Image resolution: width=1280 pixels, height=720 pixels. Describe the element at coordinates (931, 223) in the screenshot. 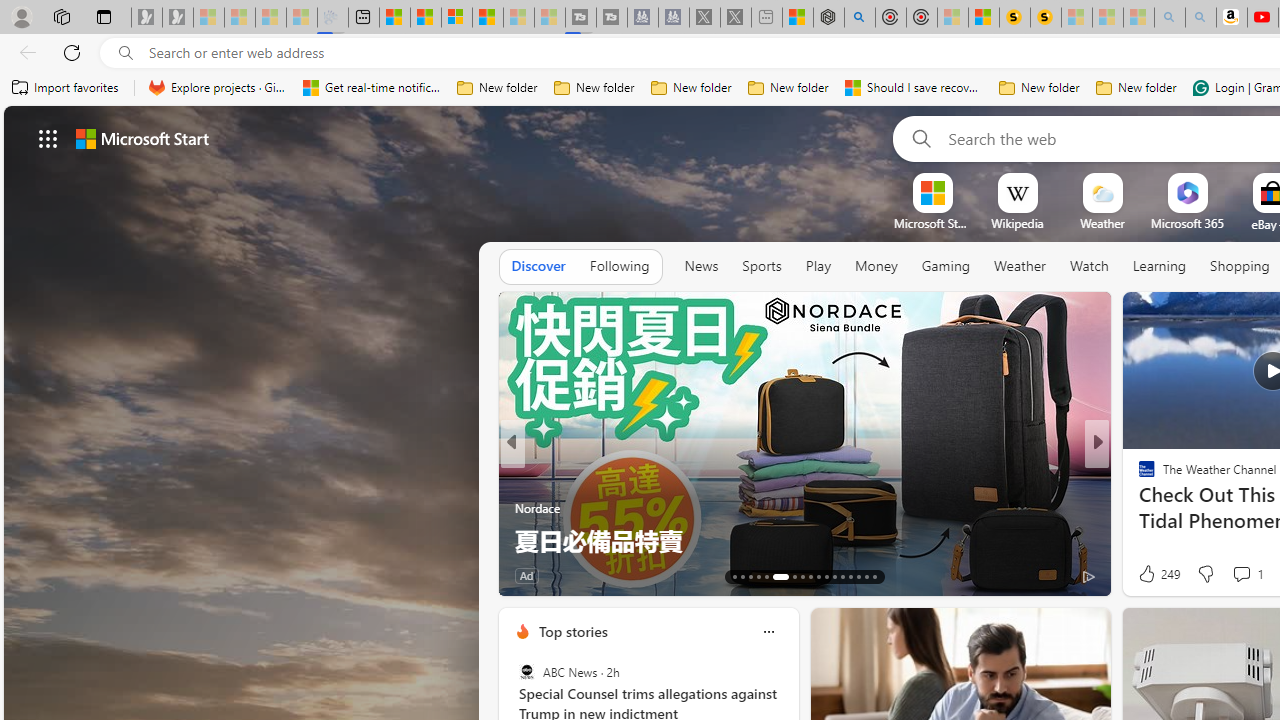

I see `'Microsoft Start Sports'` at that location.